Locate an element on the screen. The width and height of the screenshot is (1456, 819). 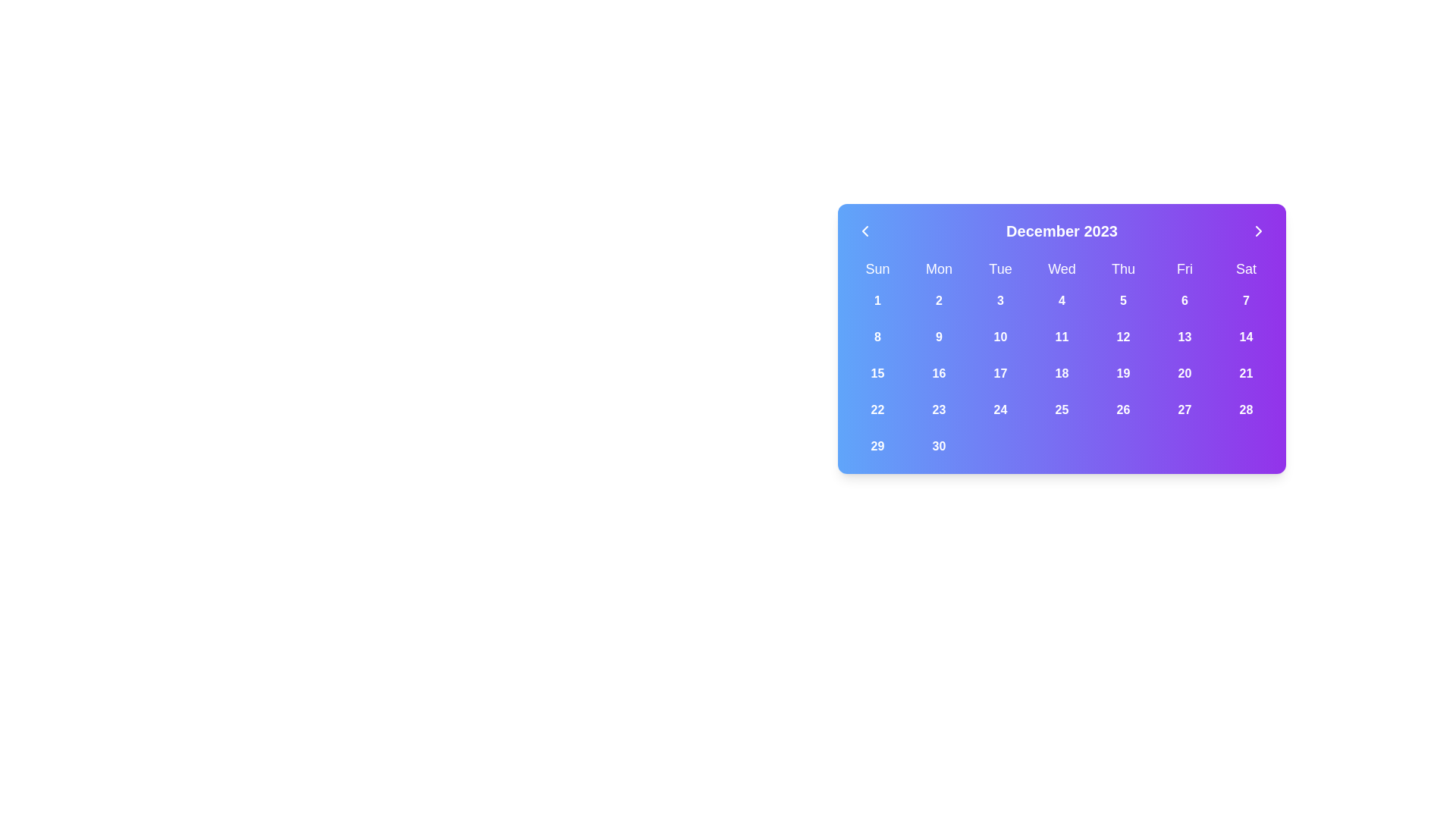
the right-pointing chevron icon located at the top-right corner of the calendar interface is located at coordinates (1259, 231).